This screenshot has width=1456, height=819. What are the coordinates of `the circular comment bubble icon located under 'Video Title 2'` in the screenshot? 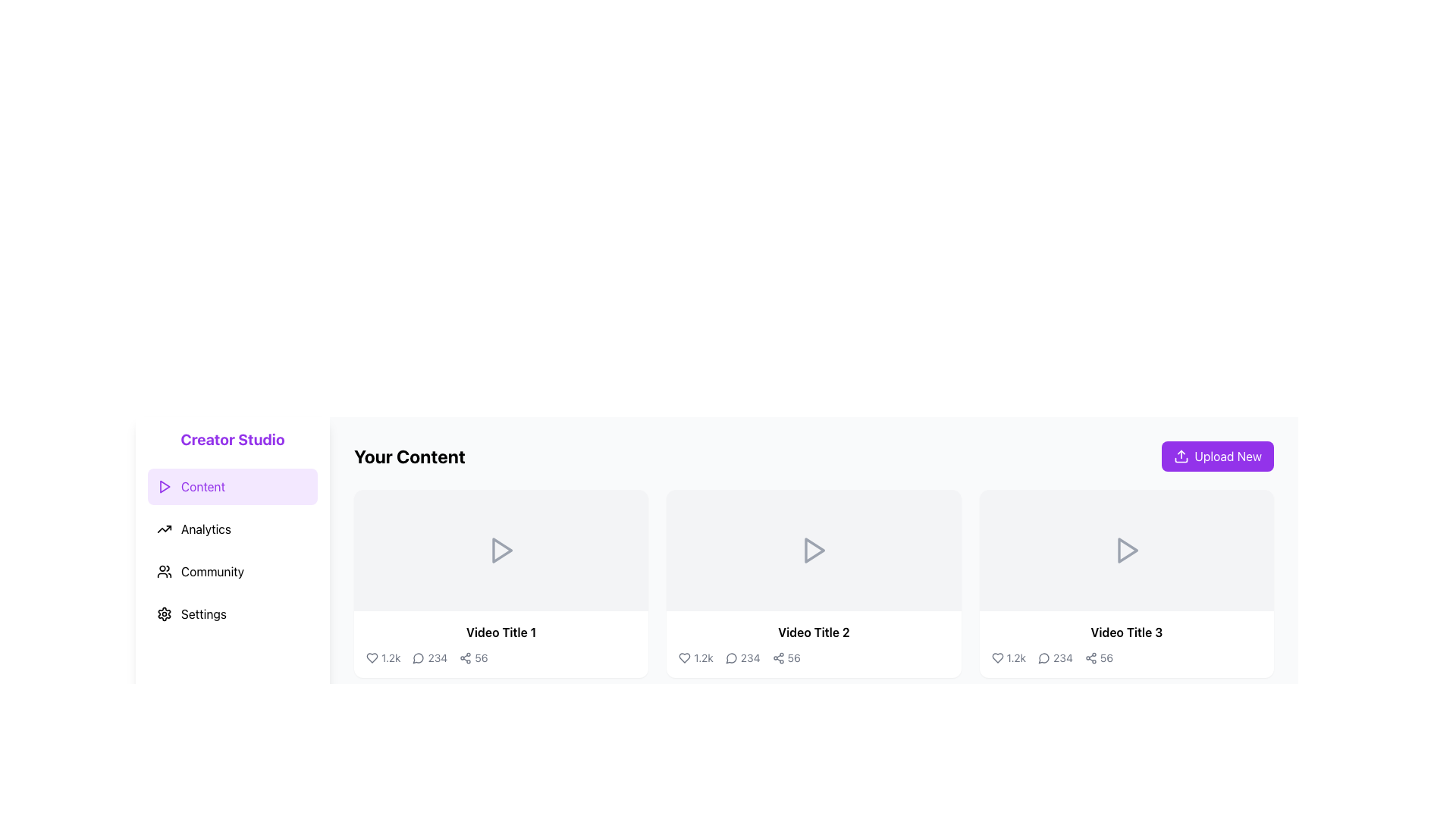 It's located at (731, 657).